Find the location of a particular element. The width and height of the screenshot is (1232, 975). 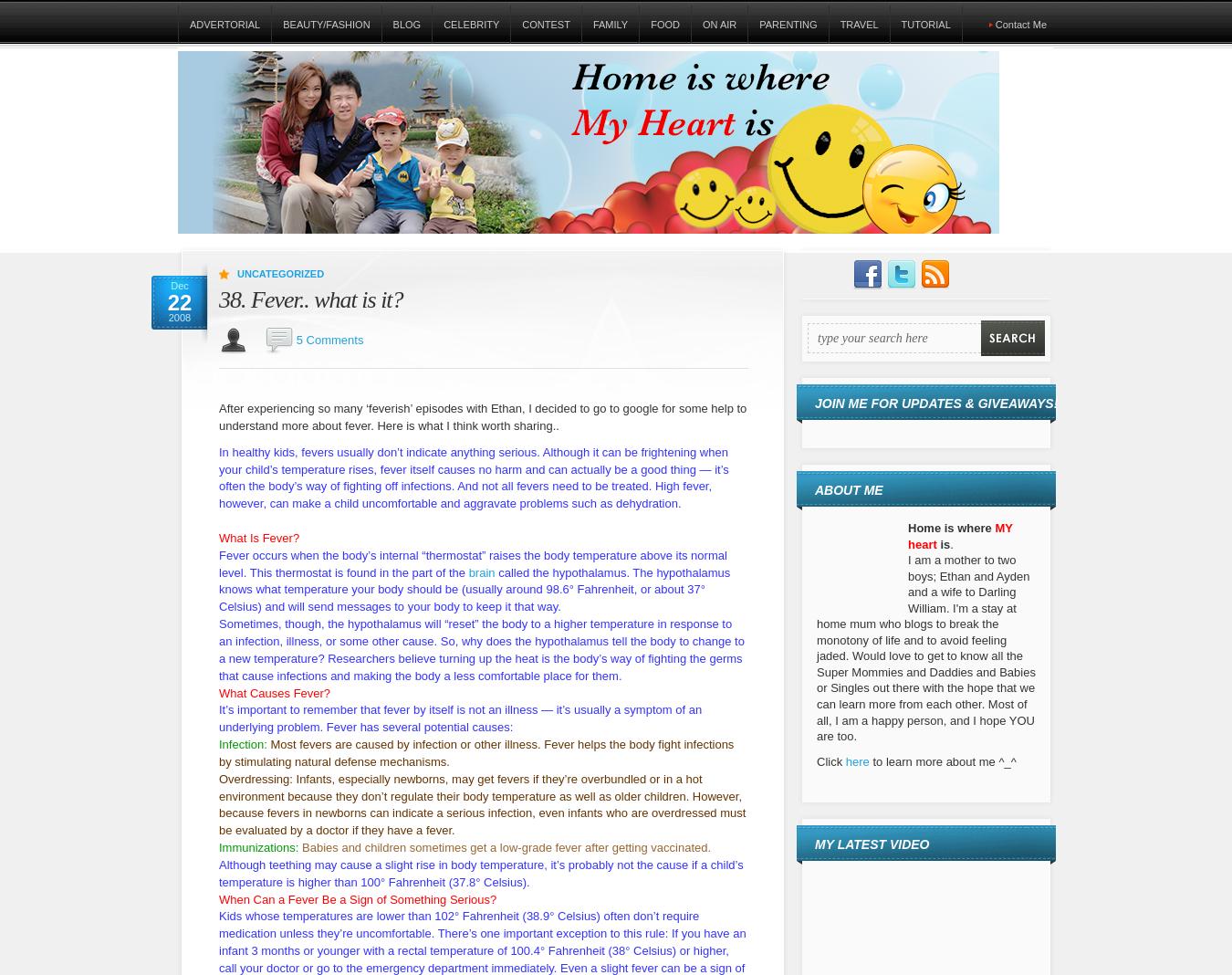

'I am a mother to two boys; Ethan and Ayden and a wife to Darling William. I'm a stay at home mum who blogs to break the monotony of life and to avoid feeling jaded. Would love to get to know all the Super Mommies and Daddies and Babies or Singles out there with the hope that we can learn more from each other. Most of all, I am a happy person, and I hope YOU are too.' is located at coordinates (925, 648).